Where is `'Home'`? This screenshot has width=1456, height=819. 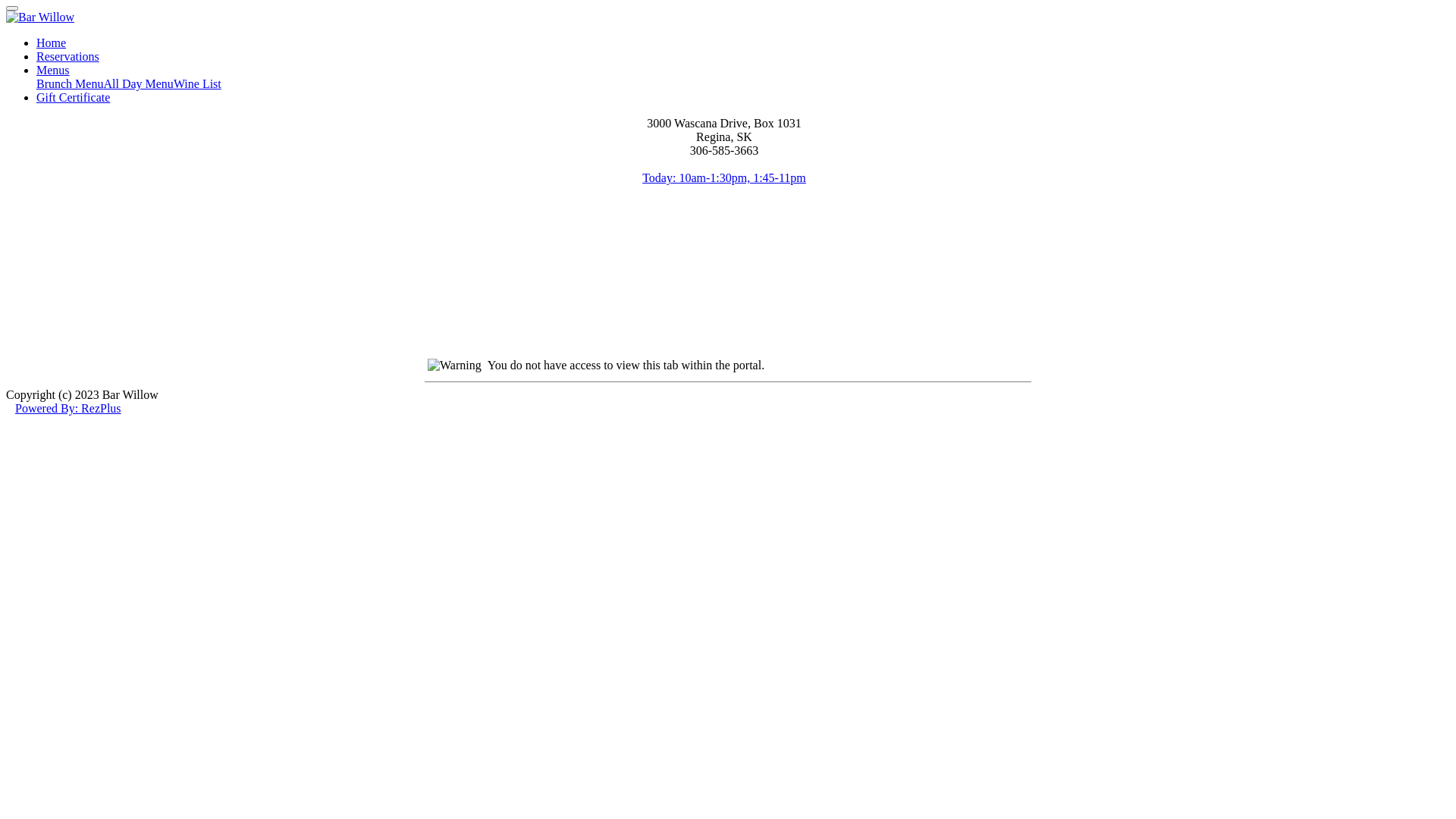
'Home' is located at coordinates (51, 42).